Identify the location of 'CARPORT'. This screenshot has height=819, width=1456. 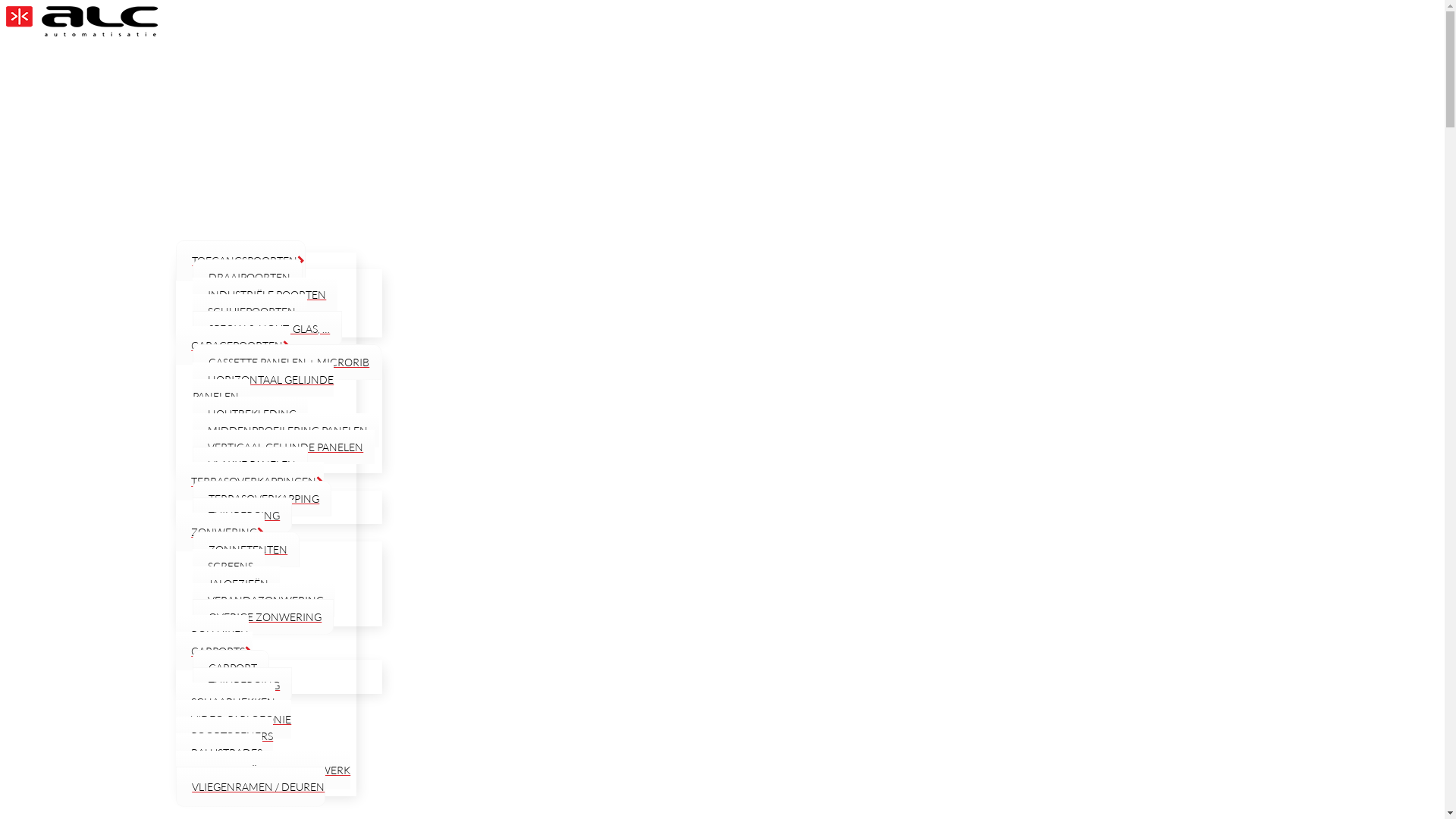
(230, 667).